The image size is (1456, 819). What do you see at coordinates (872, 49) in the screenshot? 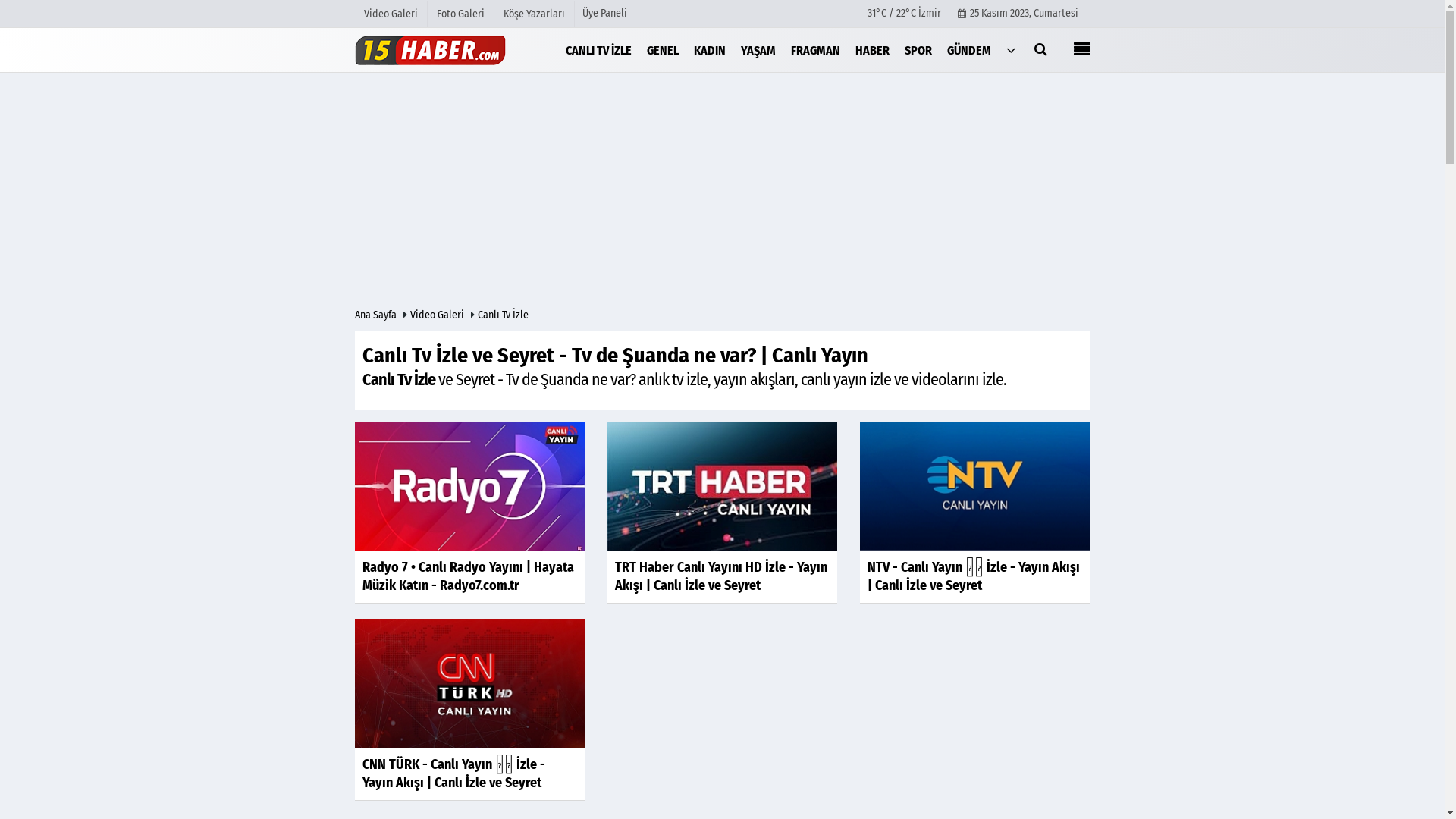
I see `'HABER'` at bounding box center [872, 49].